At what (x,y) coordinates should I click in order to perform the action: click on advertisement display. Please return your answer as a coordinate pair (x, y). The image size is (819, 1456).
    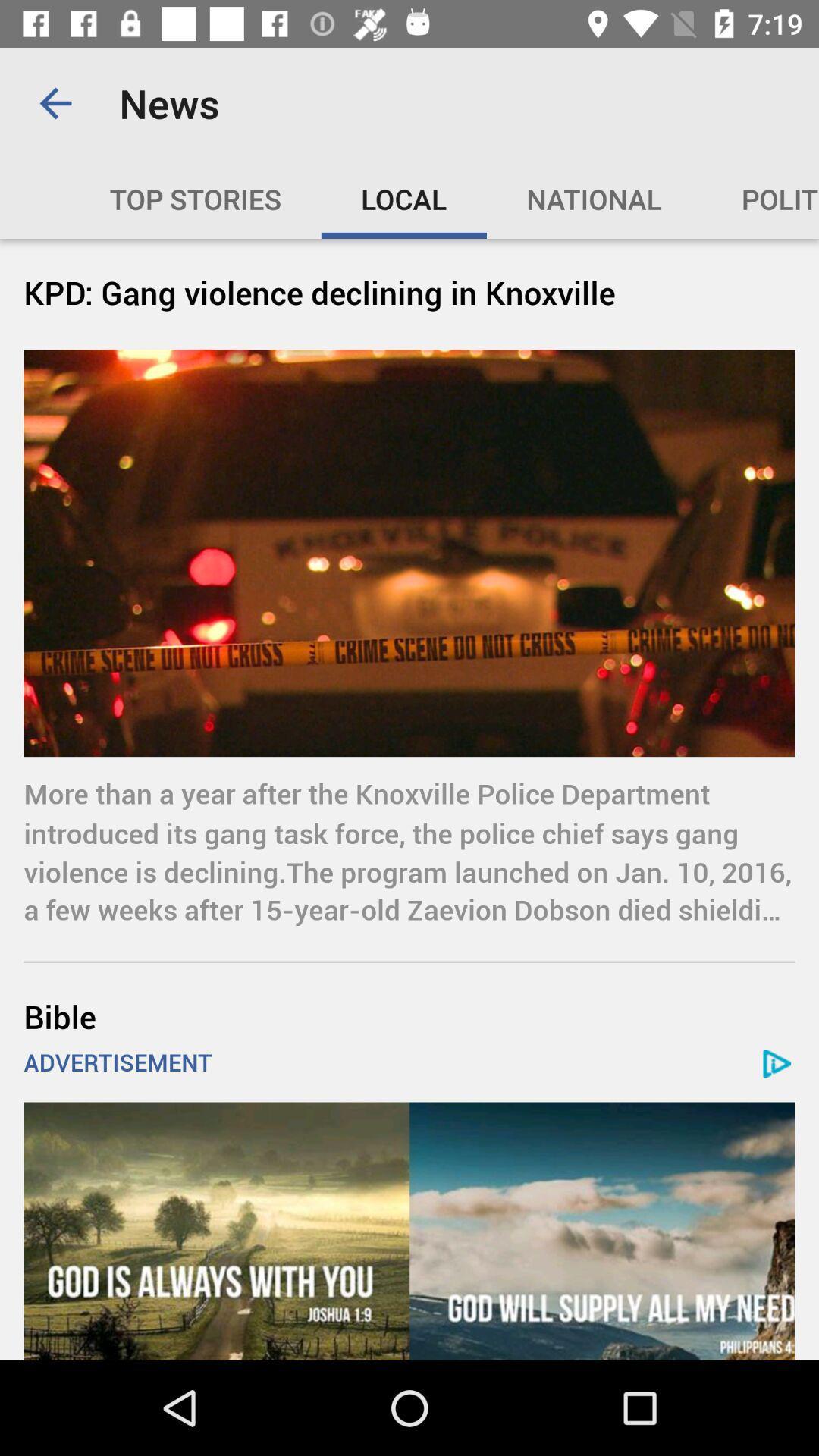
    Looking at the image, I should click on (409, 1231).